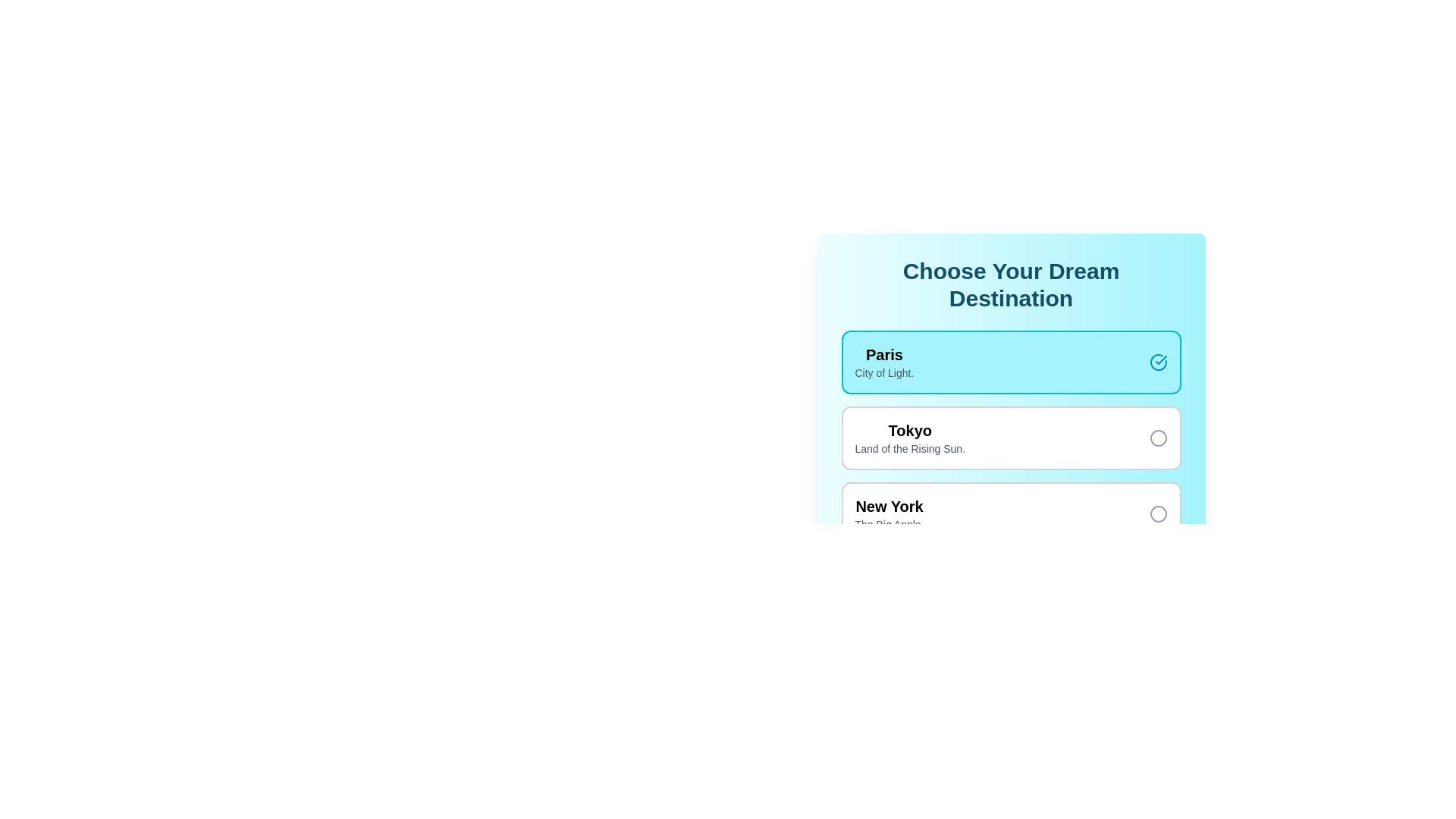  I want to click on the Label or Header Text that identifies the city 'New York', positioned under the option 'Tokyo' and above the text 'The Big Apple', so click(890, 506).